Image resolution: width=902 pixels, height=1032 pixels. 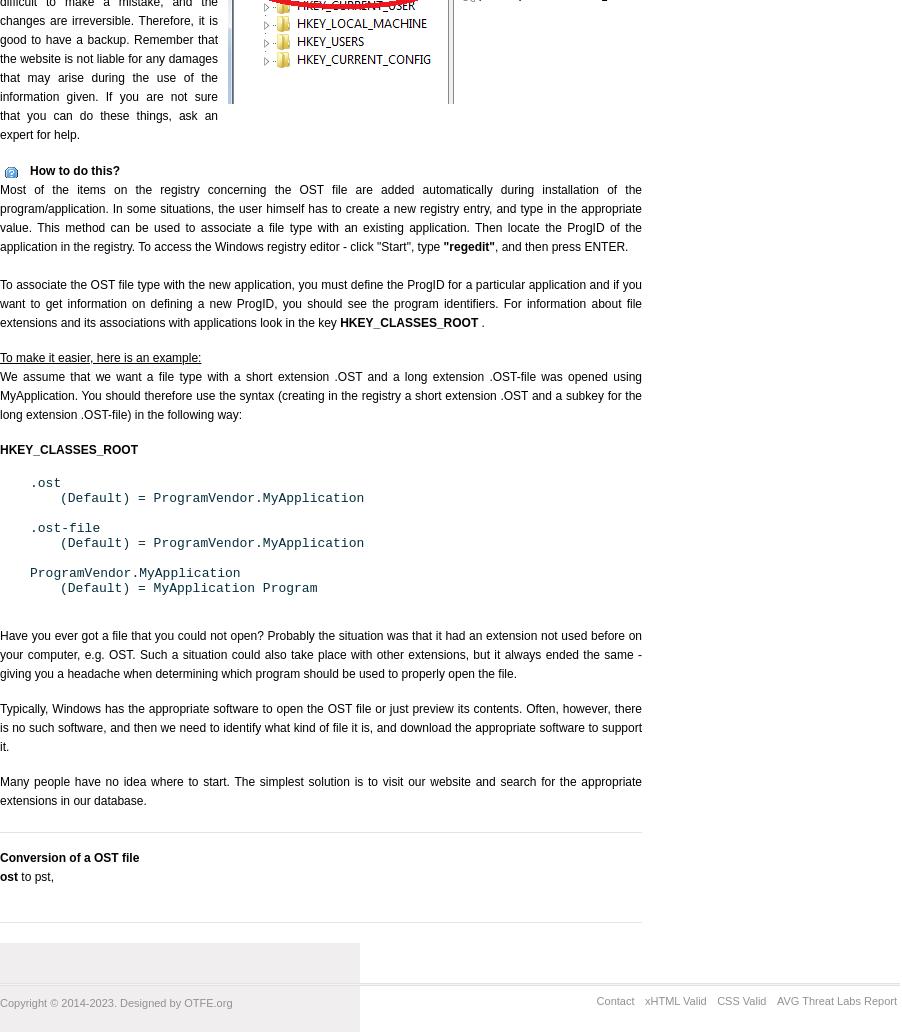 What do you see at coordinates (320, 791) in the screenshot?
I see `'Many people have no idea where to start. The simplest solution is to visit our website and search for the appropriate extensions in our database.'` at bounding box center [320, 791].